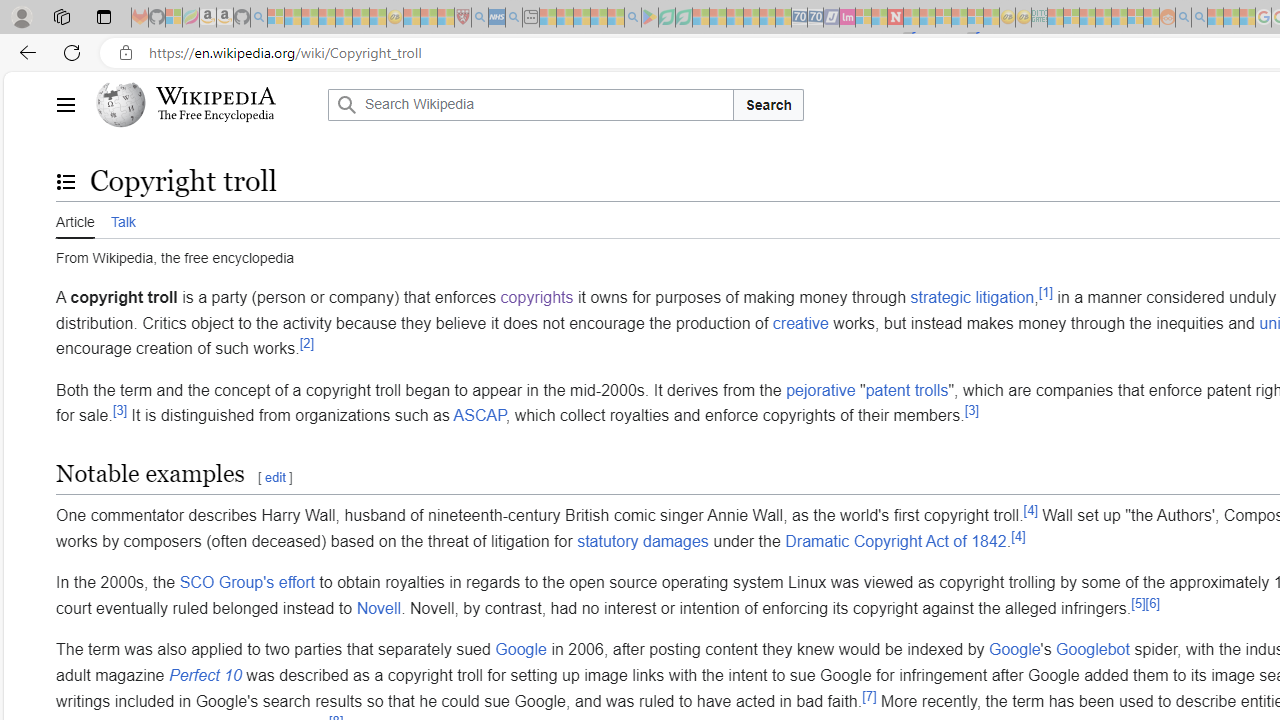 The width and height of the screenshot is (1280, 720). I want to click on 'ASCAP', so click(478, 414).